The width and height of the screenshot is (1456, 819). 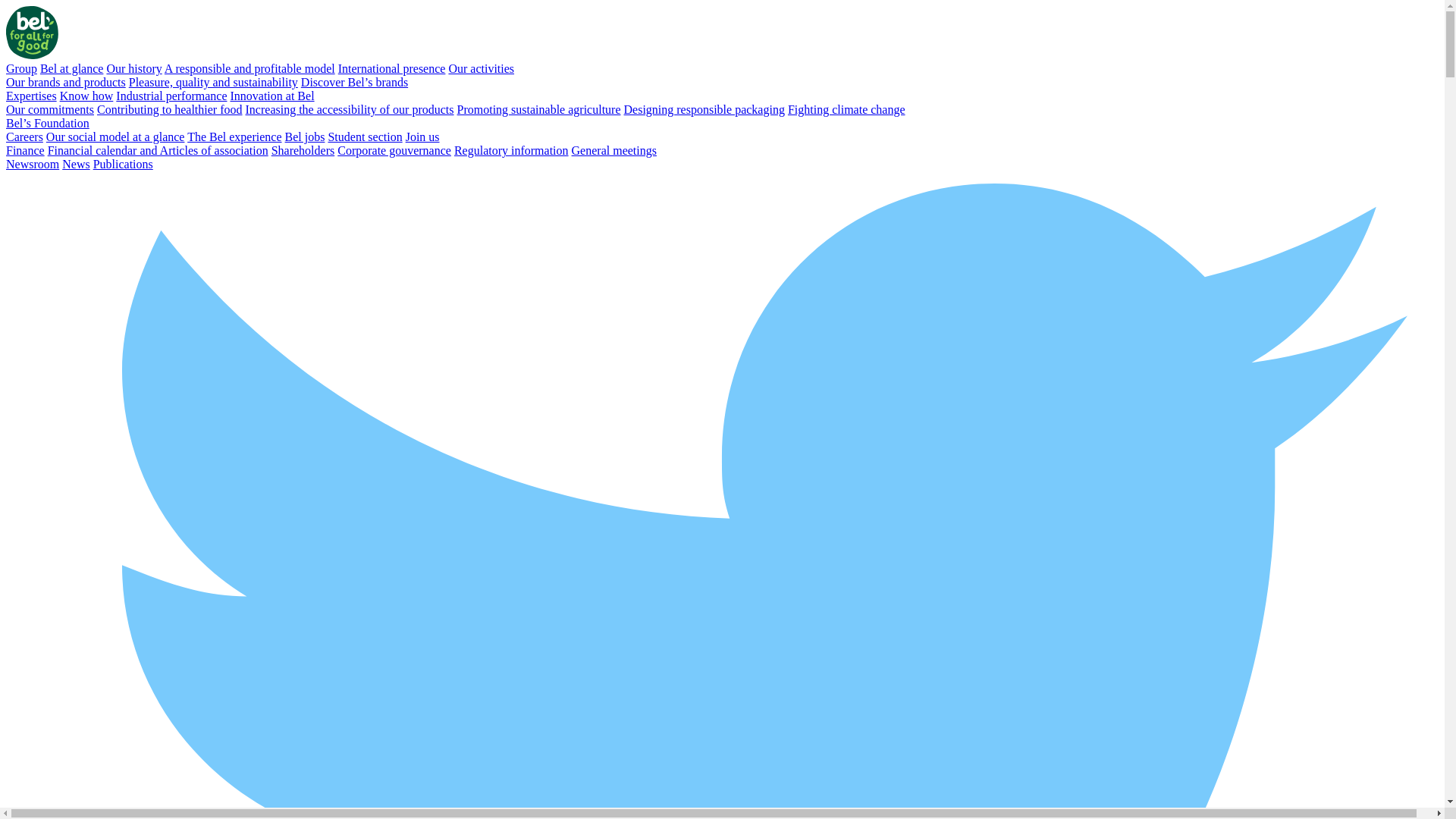 What do you see at coordinates (71, 68) in the screenshot?
I see `'Bel at glance'` at bounding box center [71, 68].